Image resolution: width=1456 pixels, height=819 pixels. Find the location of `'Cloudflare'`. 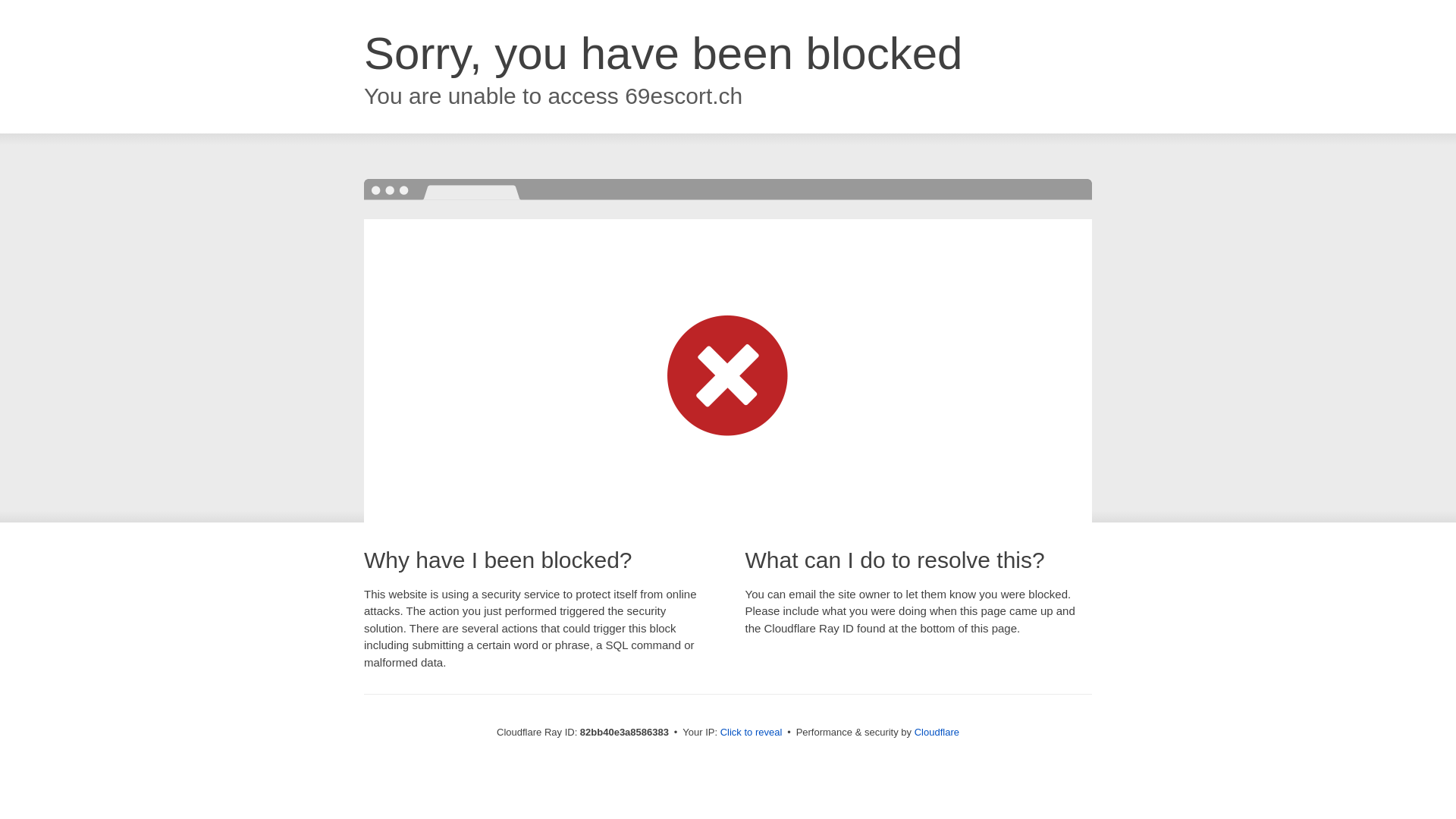

'Cloudflare' is located at coordinates (936, 731).